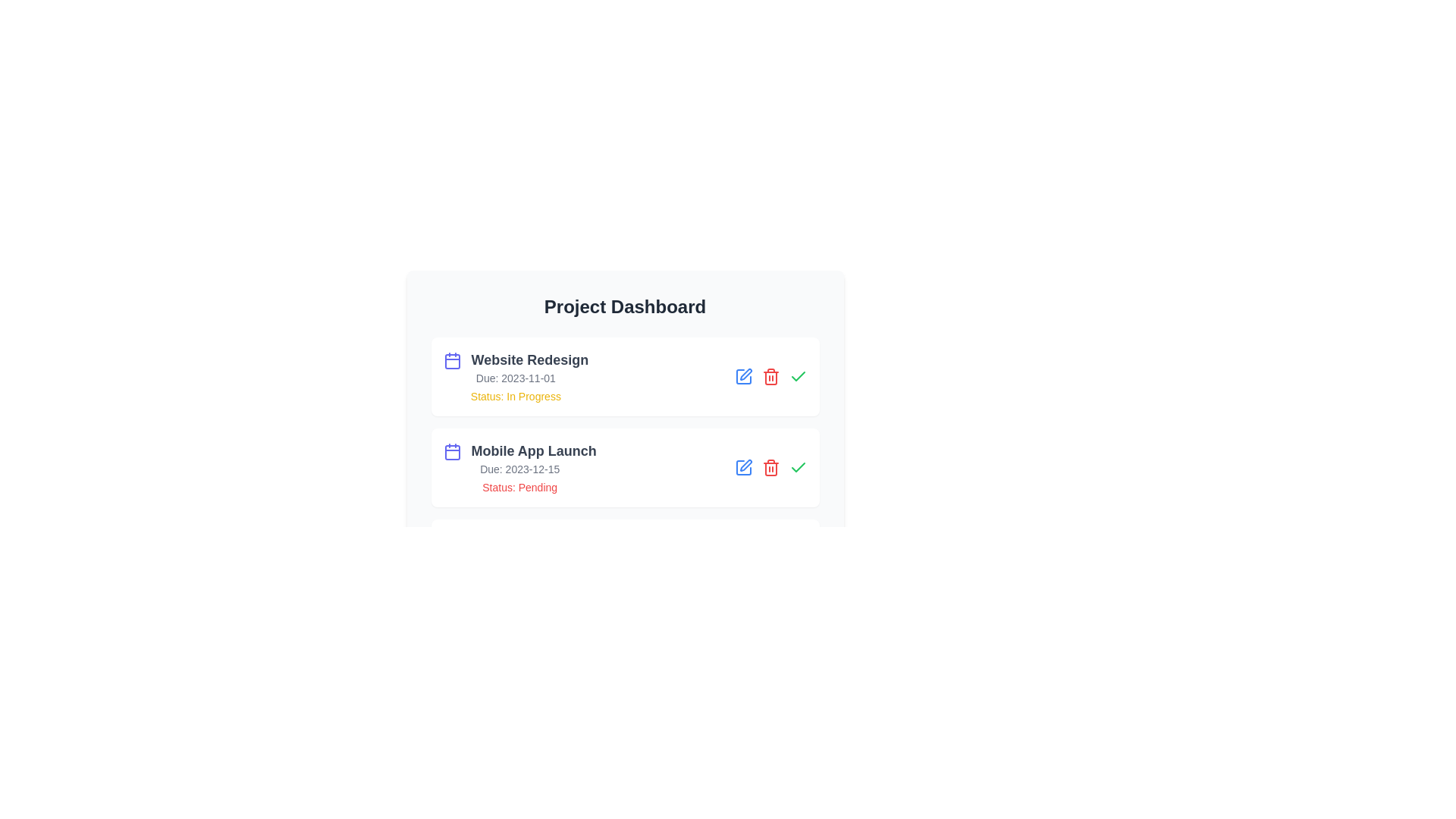 The image size is (1456, 819). What do you see at coordinates (516, 359) in the screenshot?
I see `the text element Website Redesign to select it` at bounding box center [516, 359].